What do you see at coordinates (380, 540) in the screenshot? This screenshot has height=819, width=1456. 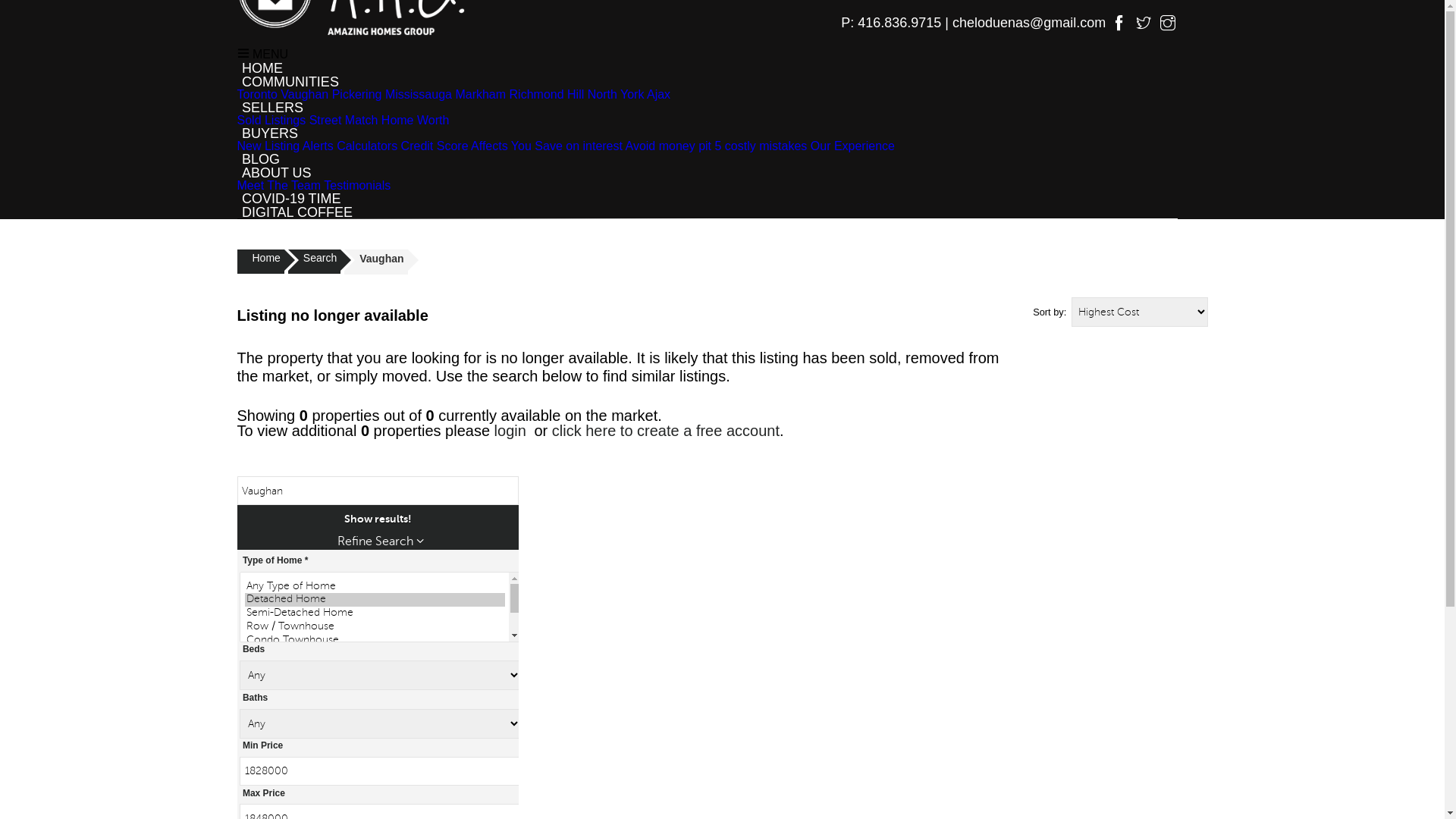 I see `'Refine Search'` at bounding box center [380, 540].